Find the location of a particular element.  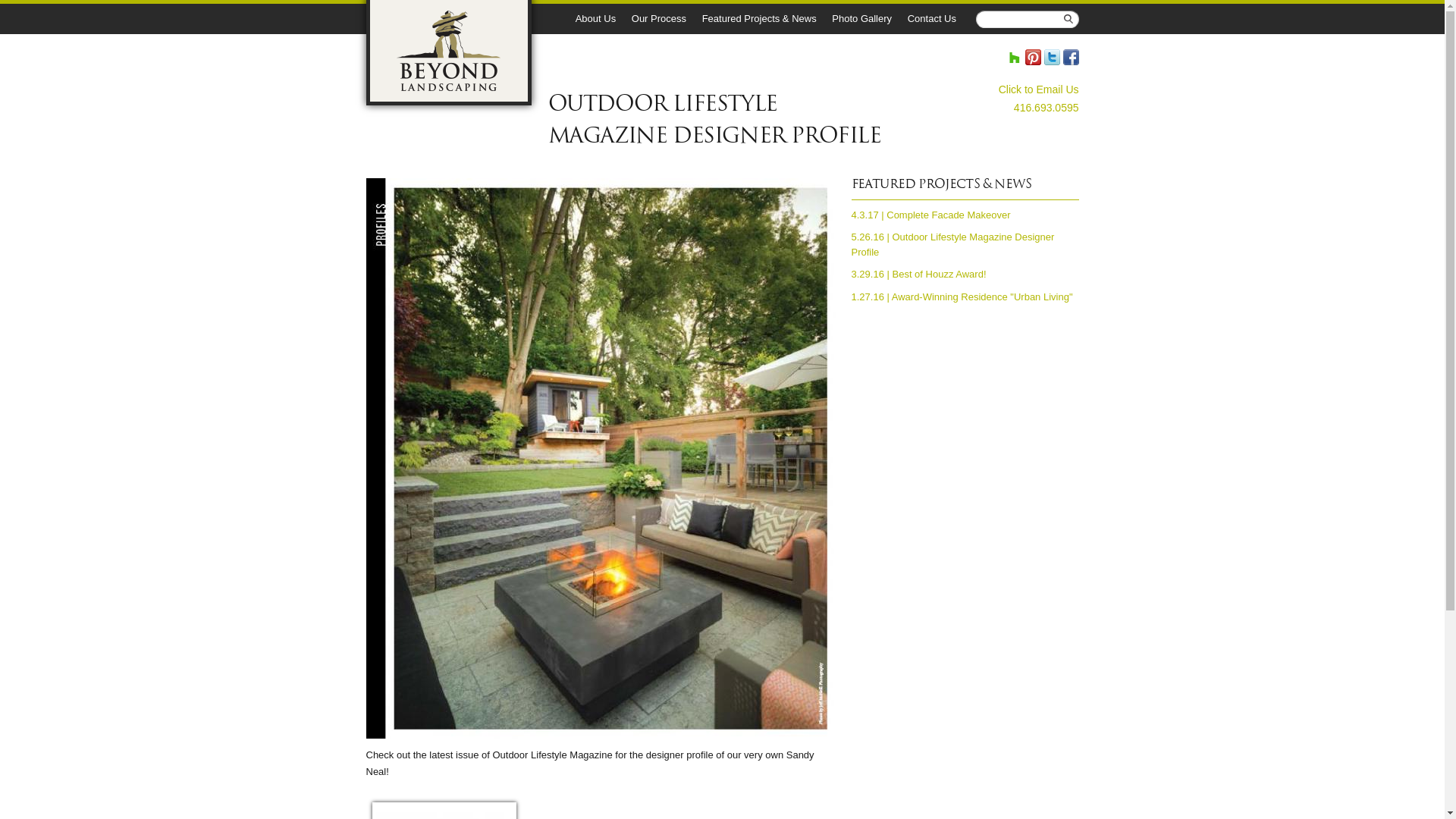

'Enter the terms you wish to search for.' is located at coordinates (1026, 19).